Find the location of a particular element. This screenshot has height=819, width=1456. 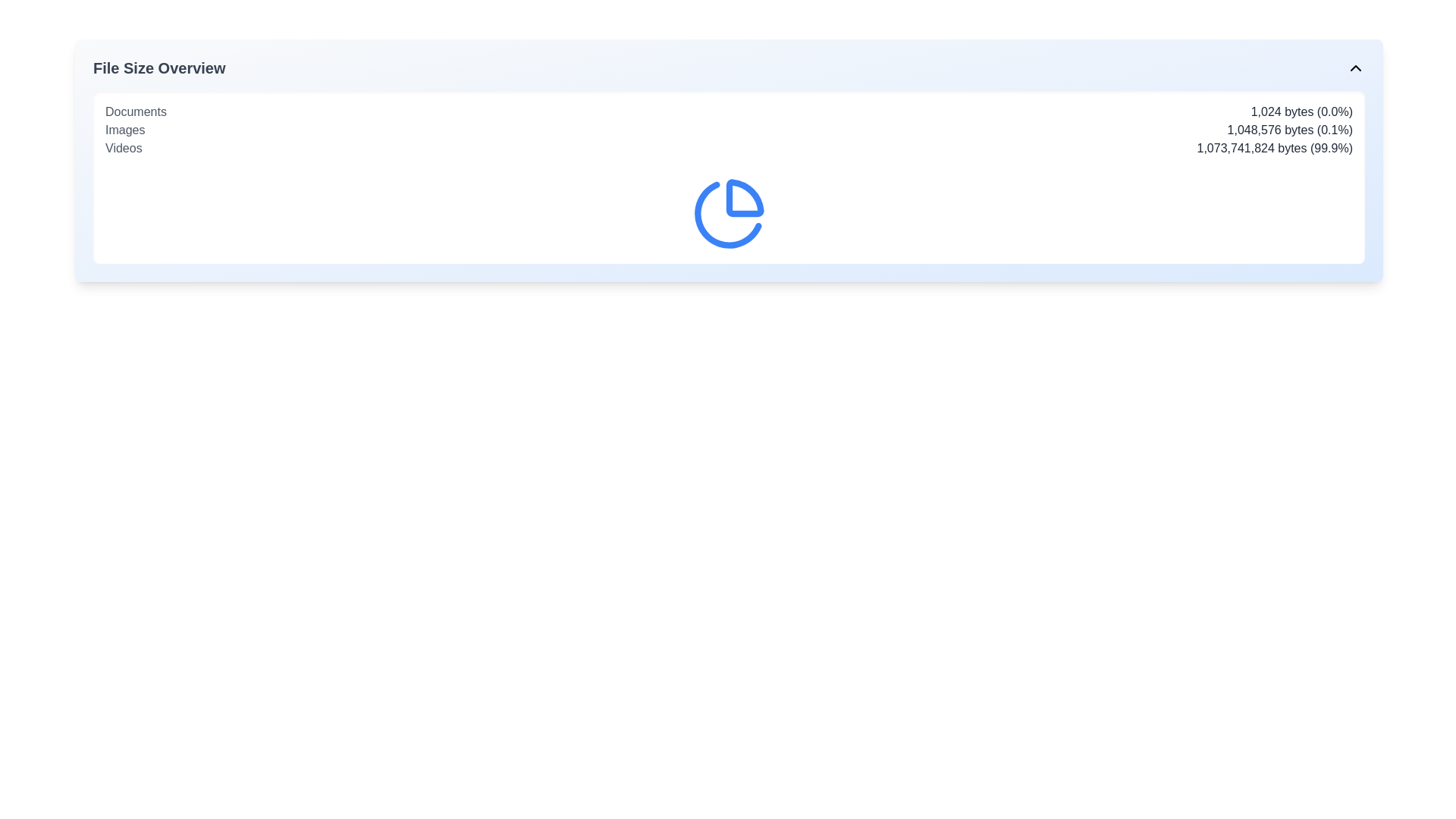

the text element displaying '1,024 bytes (0.0%)' is located at coordinates (1301, 111).